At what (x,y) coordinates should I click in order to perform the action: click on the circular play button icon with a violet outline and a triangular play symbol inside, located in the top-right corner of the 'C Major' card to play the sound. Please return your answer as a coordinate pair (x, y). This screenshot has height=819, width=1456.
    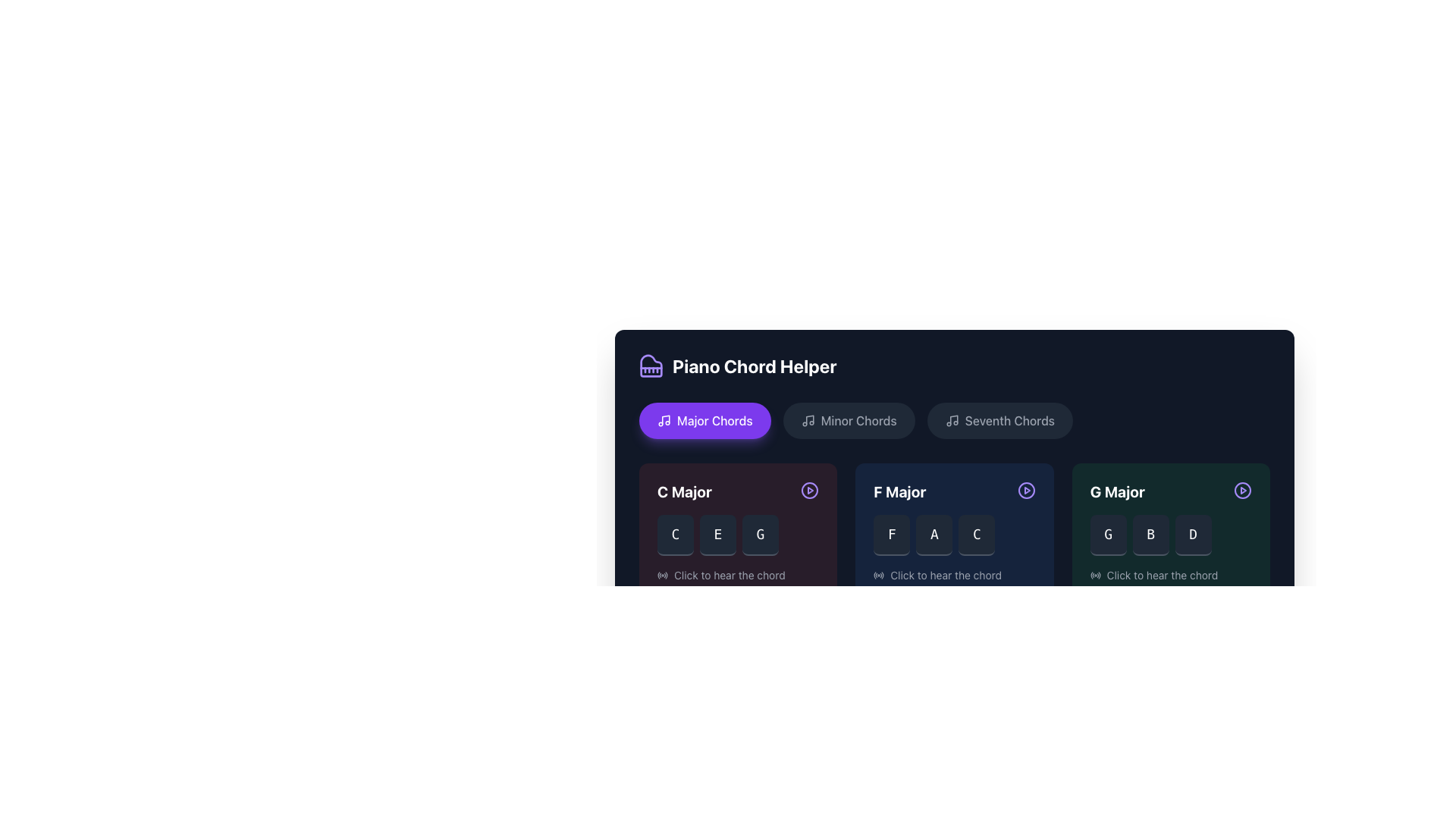
    Looking at the image, I should click on (809, 491).